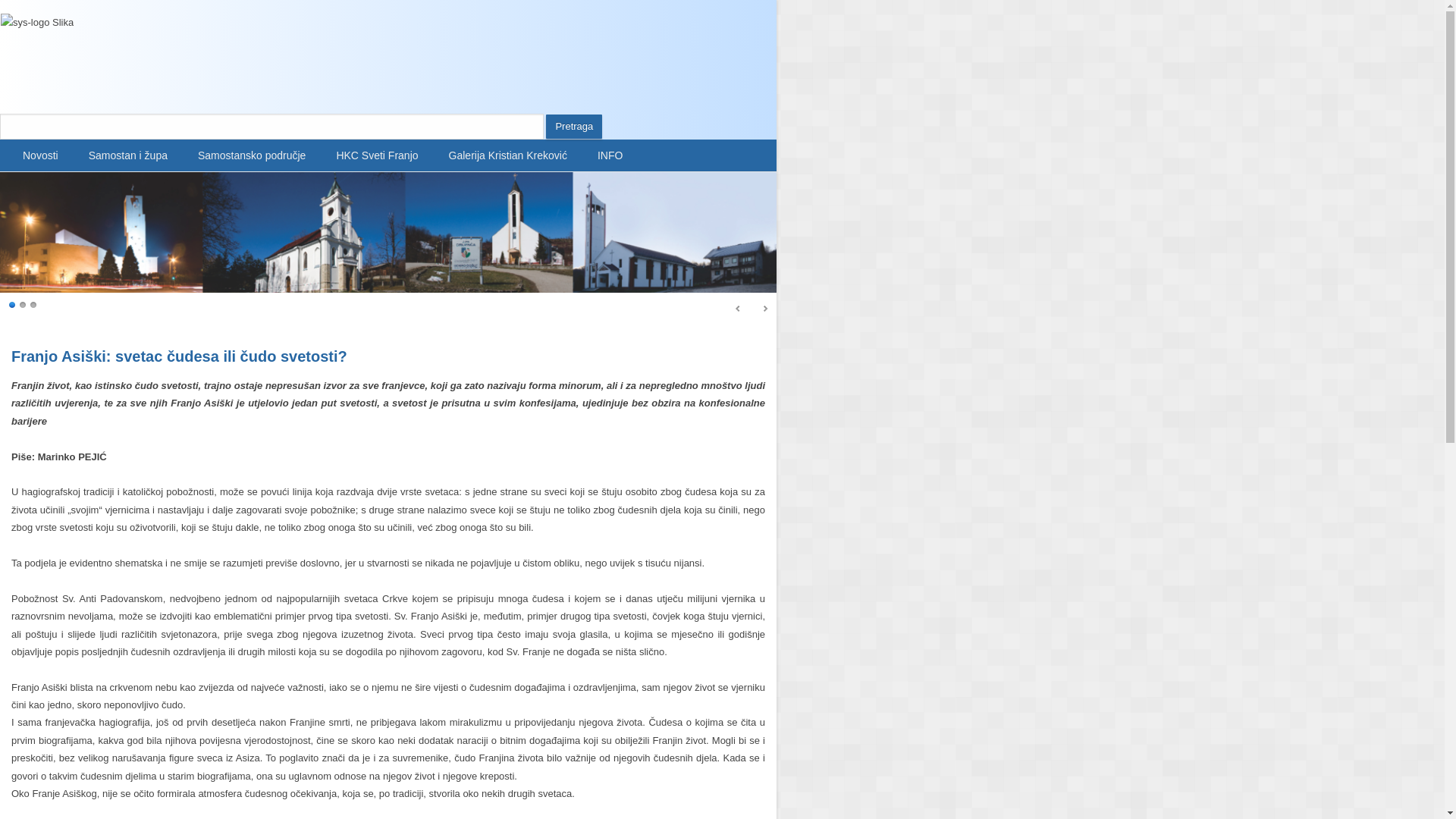  Describe the element at coordinates (40, 155) in the screenshot. I see `'Novosti'` at that location.